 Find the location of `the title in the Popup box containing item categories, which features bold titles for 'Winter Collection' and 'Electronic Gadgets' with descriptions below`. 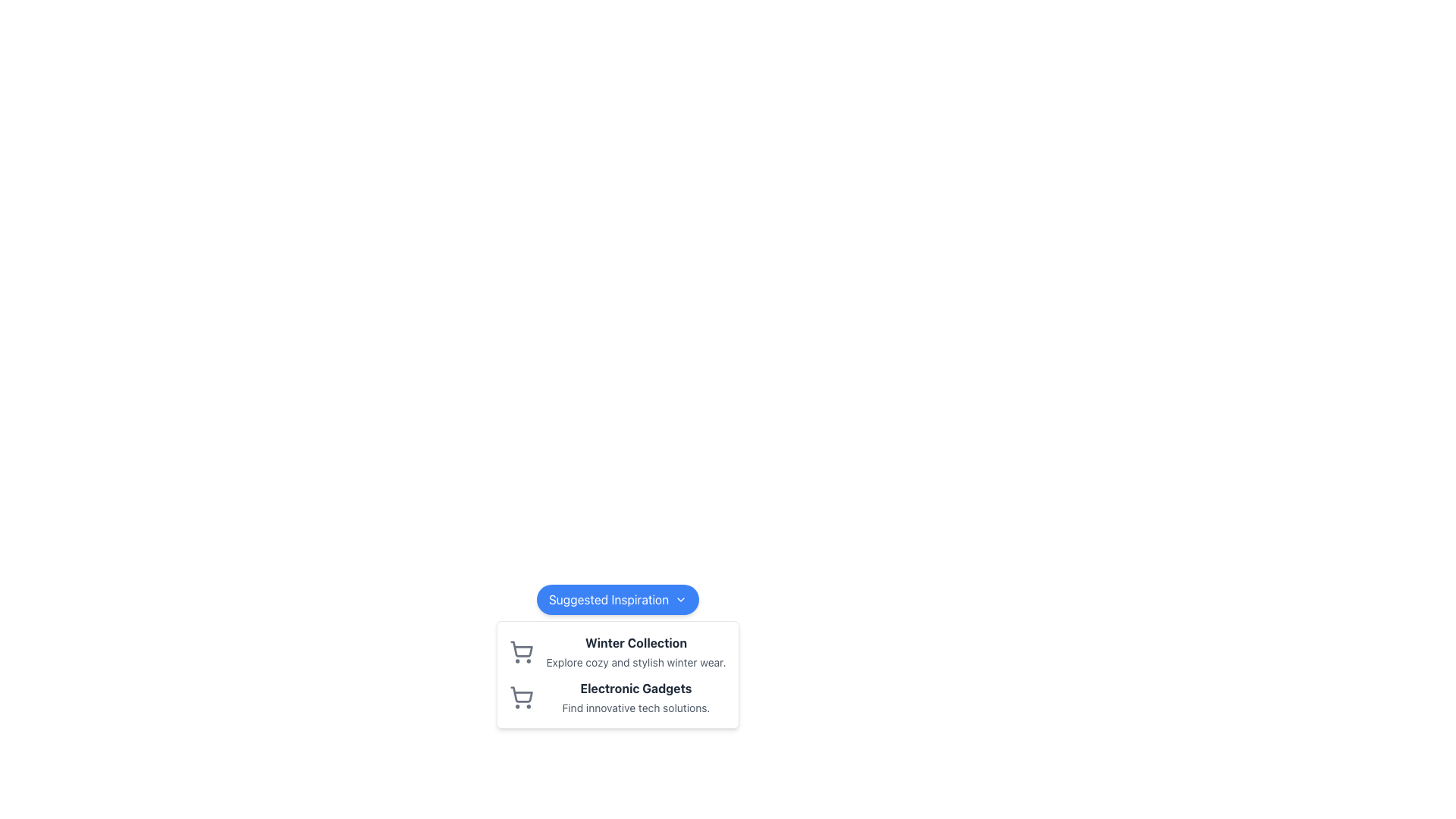

the title in the Popup box containing item categories, which features bold titles for 'Winter Collection' and 'Electronic Gadgets' with descriptions below is located at coordinates (618, 674).